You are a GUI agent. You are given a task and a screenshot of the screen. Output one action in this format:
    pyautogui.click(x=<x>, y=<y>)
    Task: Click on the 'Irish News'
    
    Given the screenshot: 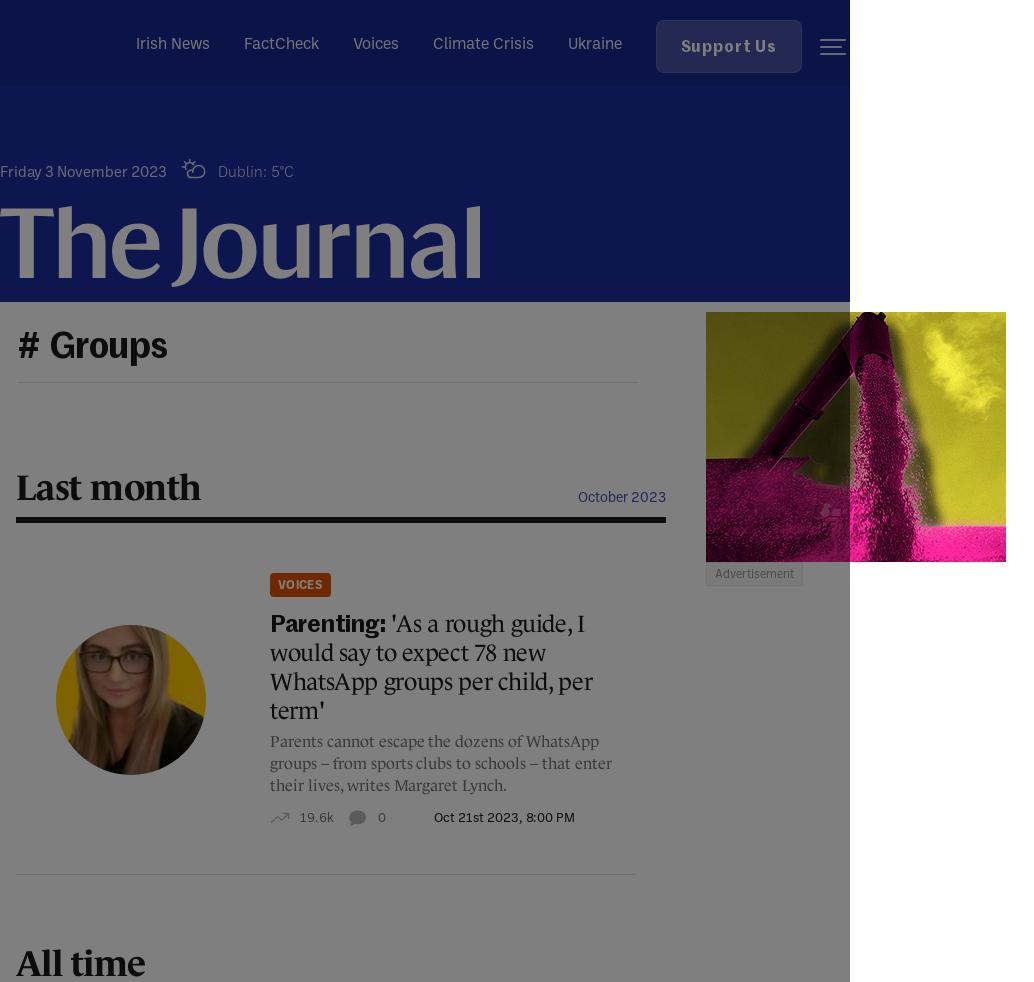 What is the action you would take?
    pyautogui.click(x=135, y=41)
    